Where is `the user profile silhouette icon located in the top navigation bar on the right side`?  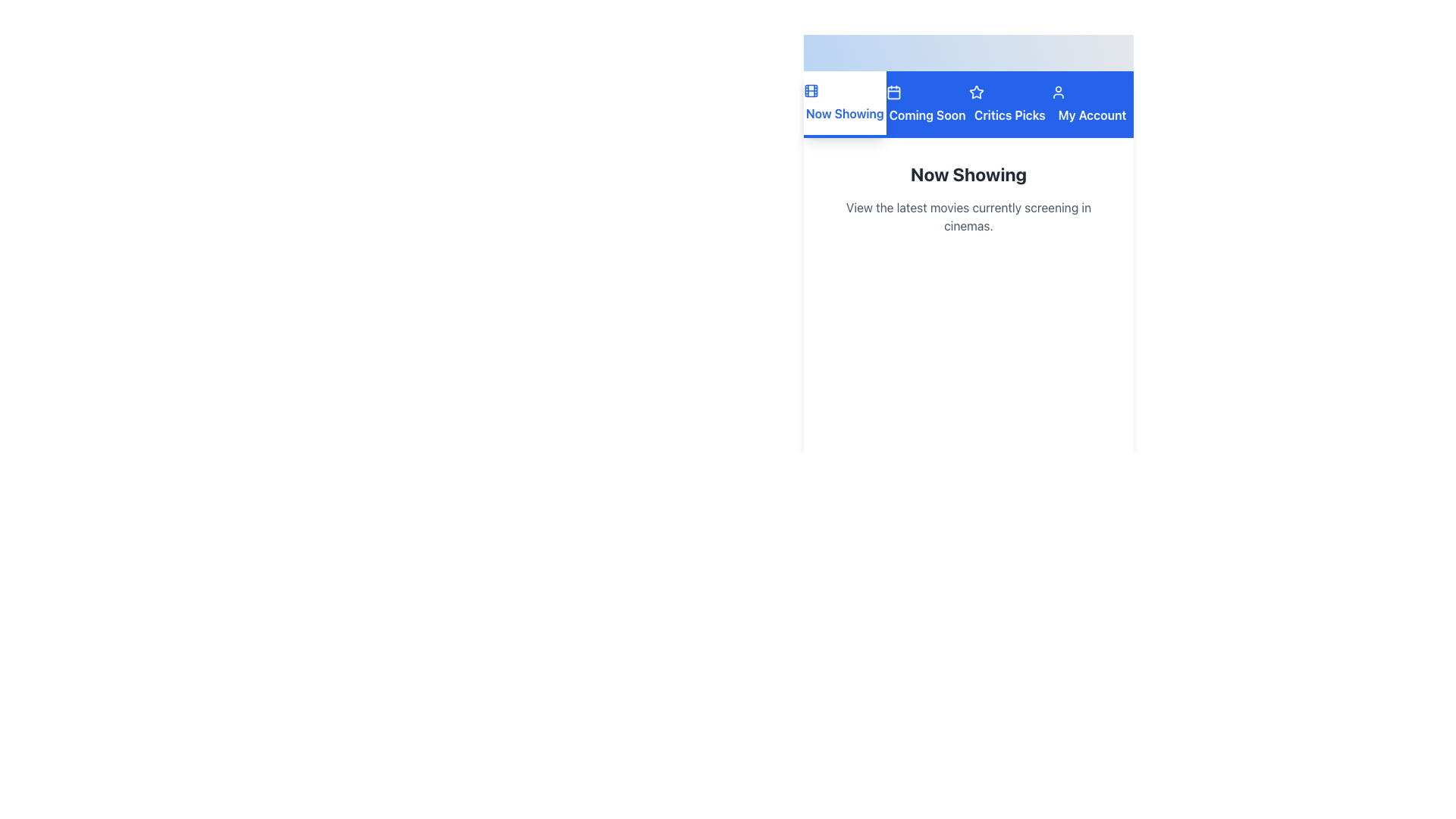 the user profile silhouette icon located in the top navigation bar on the right side is located at coordinates (1058, 93).